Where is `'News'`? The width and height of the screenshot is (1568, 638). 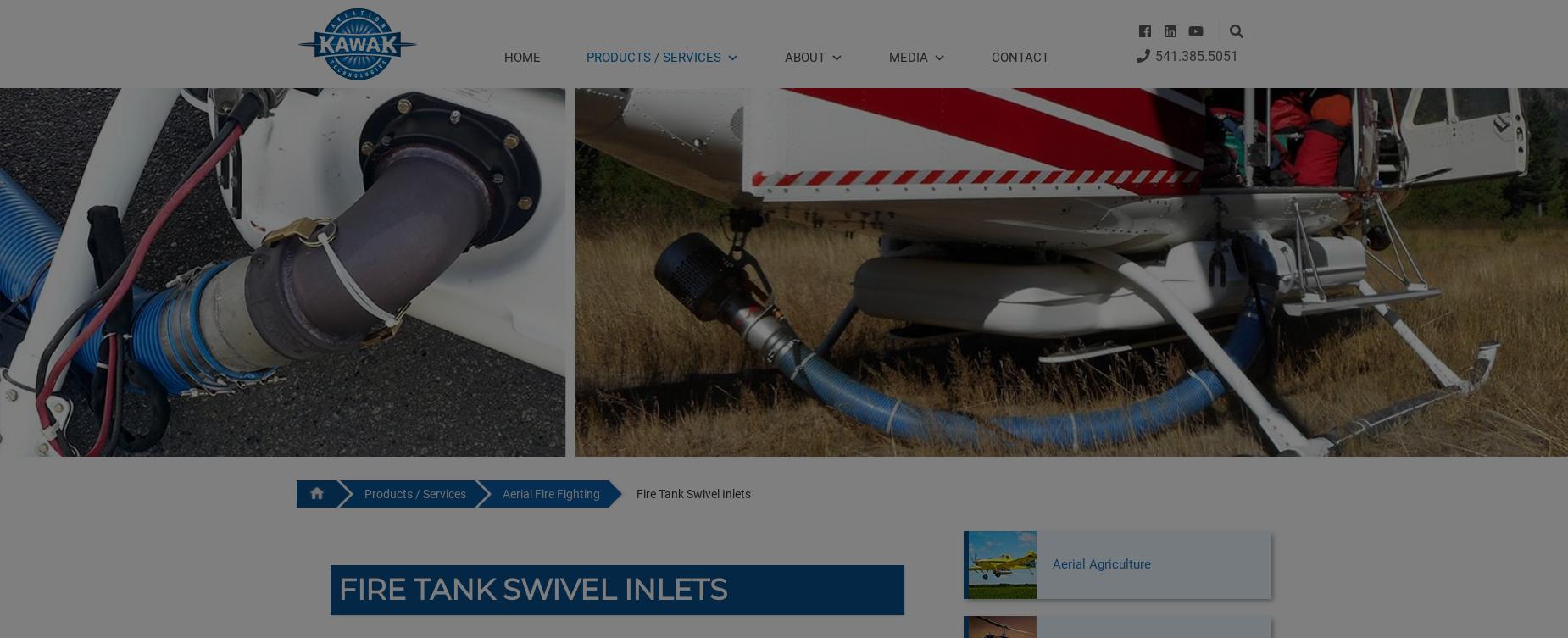
'News' is located at coordinates (900, 144).